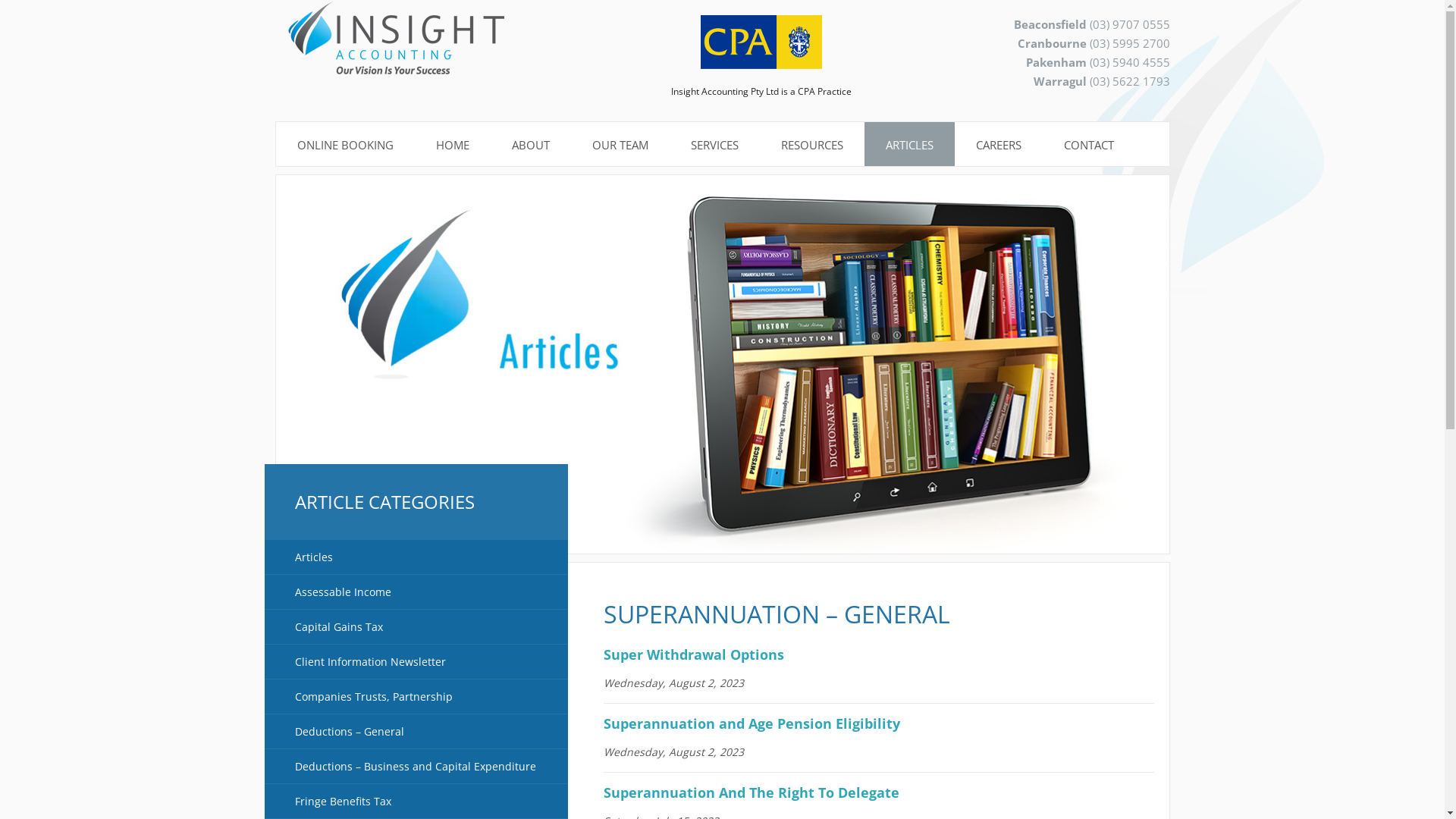 The height and width of the screenshot is (819, 1456). I want to click on 'Super Withdrawal Options', so click(693, 654).